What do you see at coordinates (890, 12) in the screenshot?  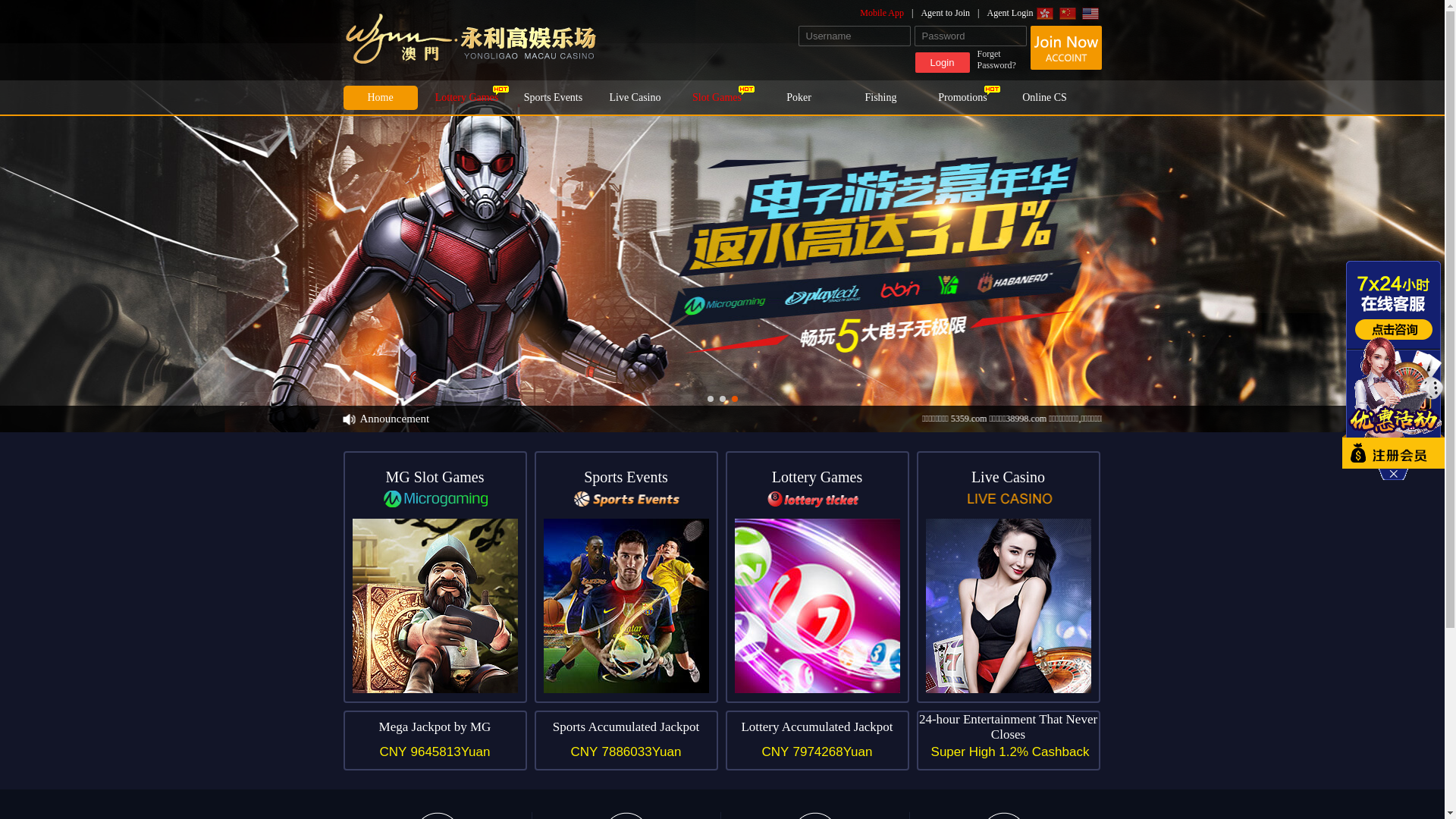 I see `'Mobile App'` at bounding box center [890, 12].